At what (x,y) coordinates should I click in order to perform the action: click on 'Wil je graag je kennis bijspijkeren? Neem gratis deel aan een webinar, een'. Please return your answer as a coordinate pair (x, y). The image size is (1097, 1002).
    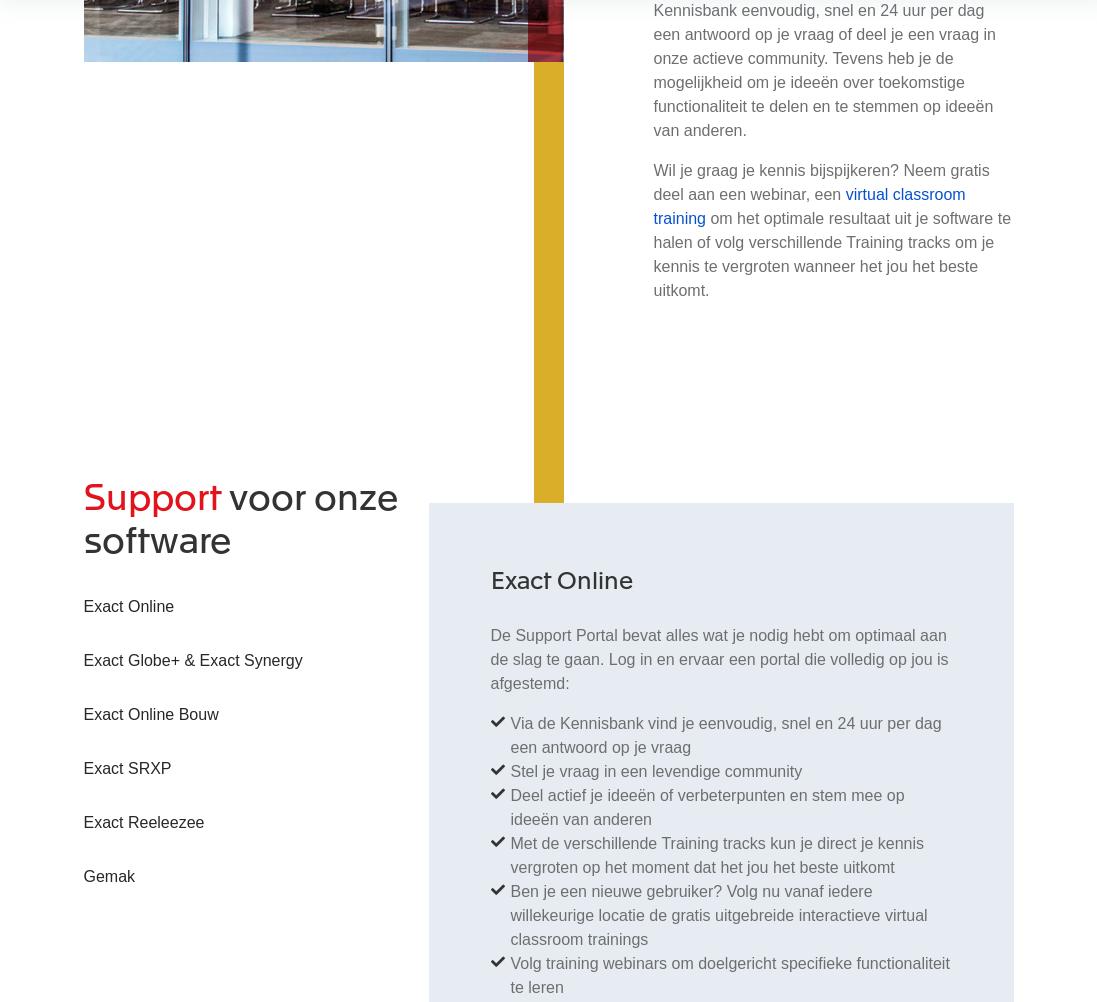
    Looking at the image, I should click on (820, 182).